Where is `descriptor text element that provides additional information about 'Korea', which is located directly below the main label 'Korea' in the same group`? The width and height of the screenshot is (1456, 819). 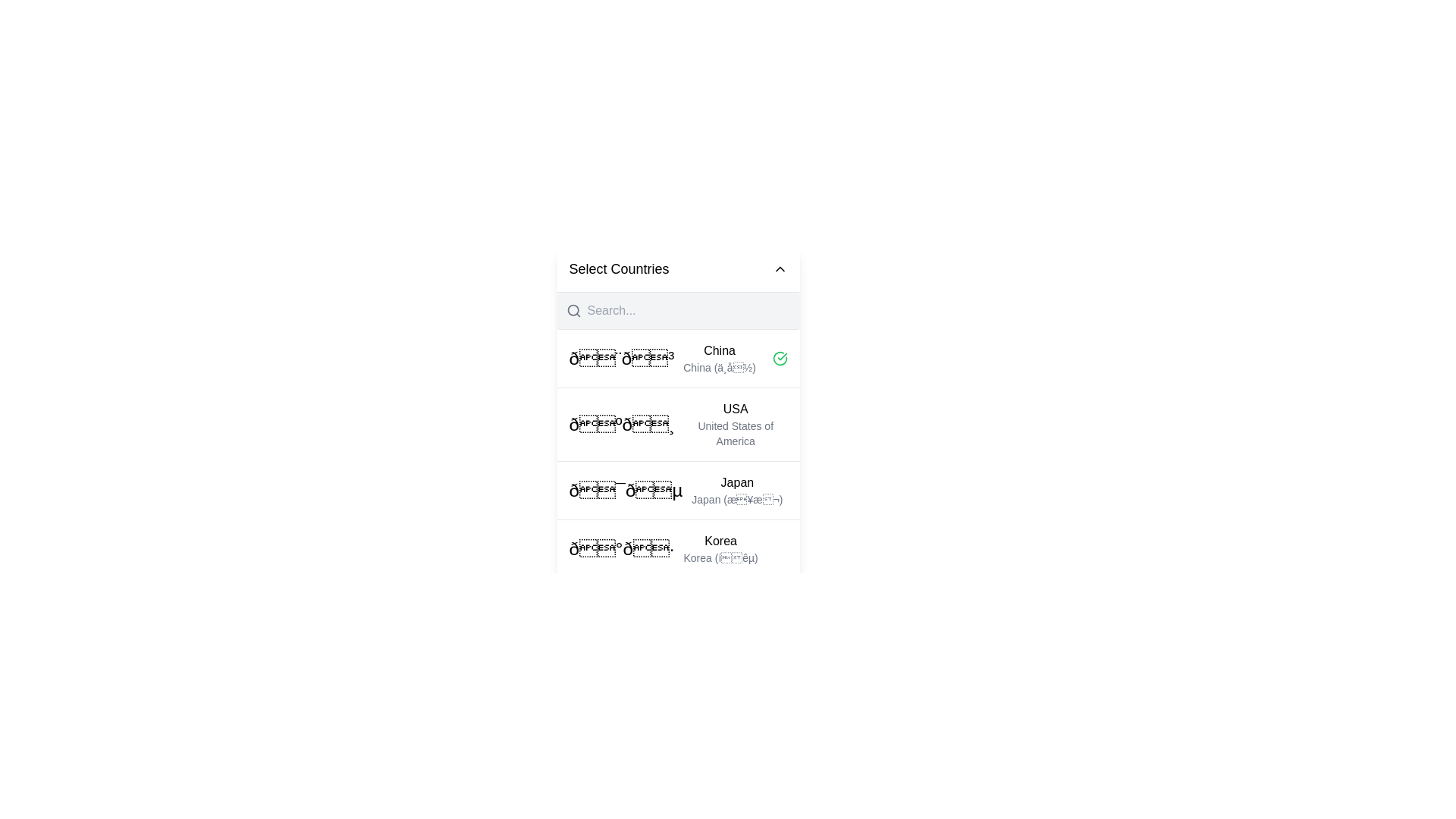
descriptor text element that provides additional information about 'Korea', which is located directly below the main label 'Korea' in the same group is located at coordinates (720, 558).